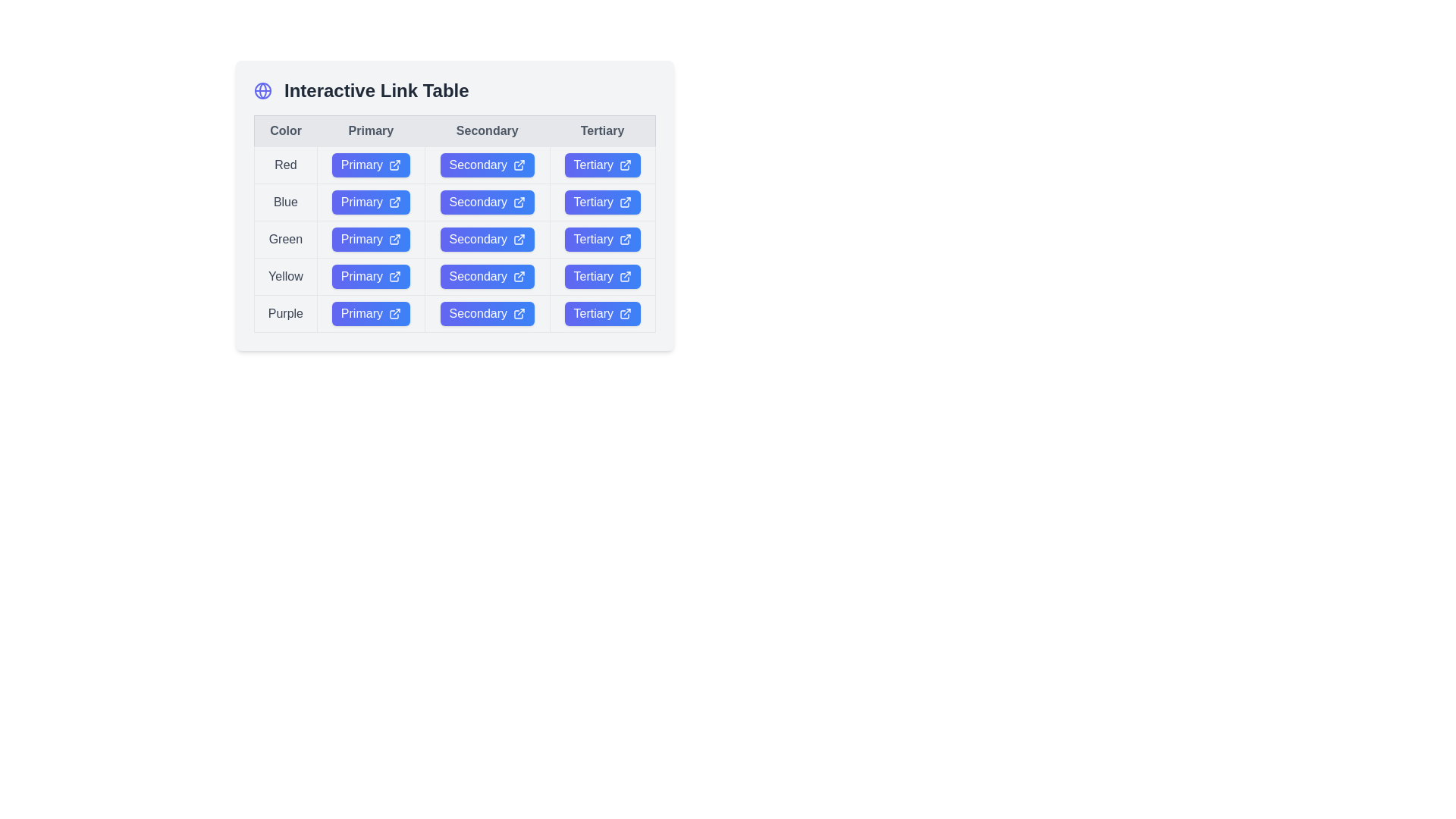  Describe the element at coordinates (371, 312) in the screenshot. I see `the 'Primary' button with a gradient background and an external link icon` at that location.